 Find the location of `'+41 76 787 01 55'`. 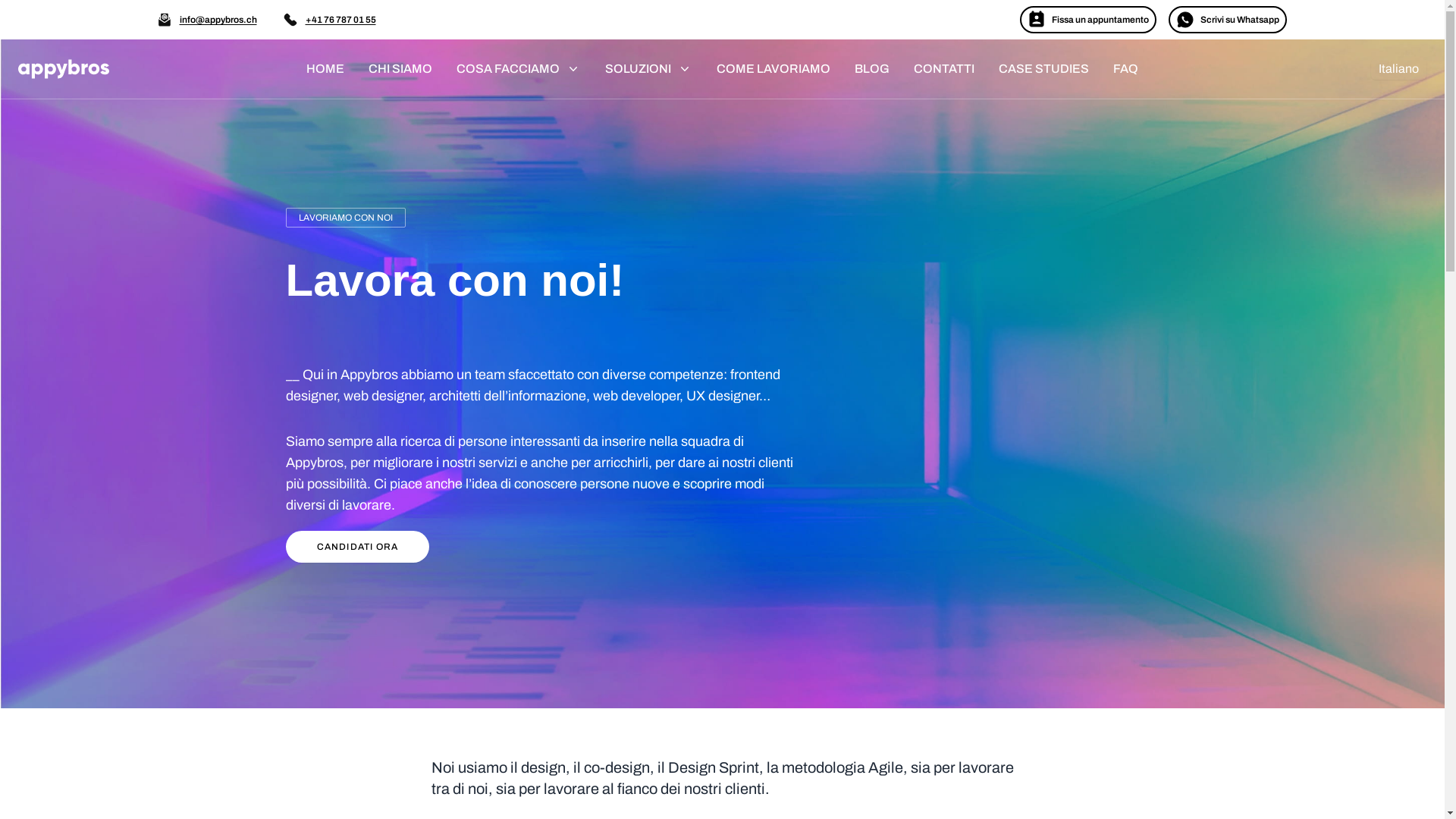

'+41 76 787 01 55' is located at coordinates (339, 20).